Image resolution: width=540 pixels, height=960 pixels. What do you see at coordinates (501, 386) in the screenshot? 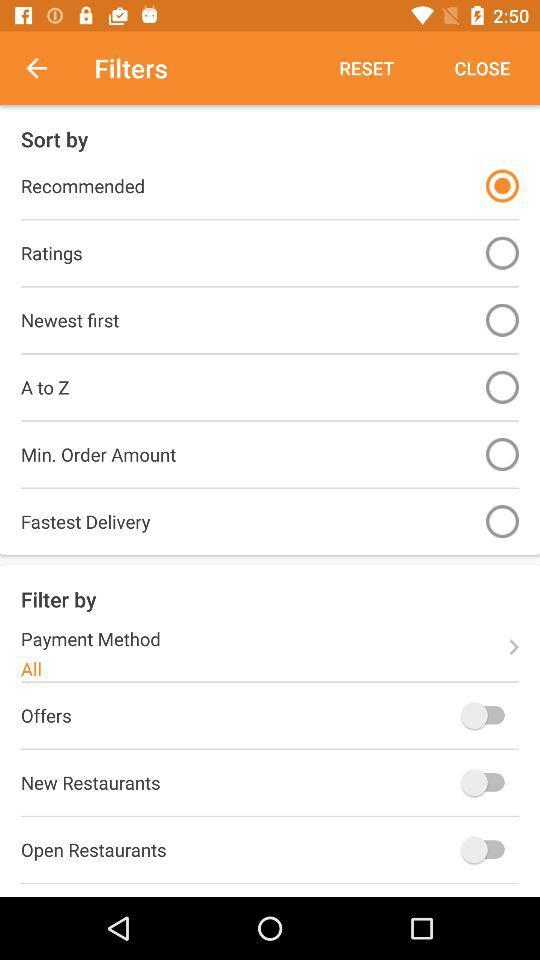
I see `the icon to the right of the a to z icon` at bounding box center [501, 386].